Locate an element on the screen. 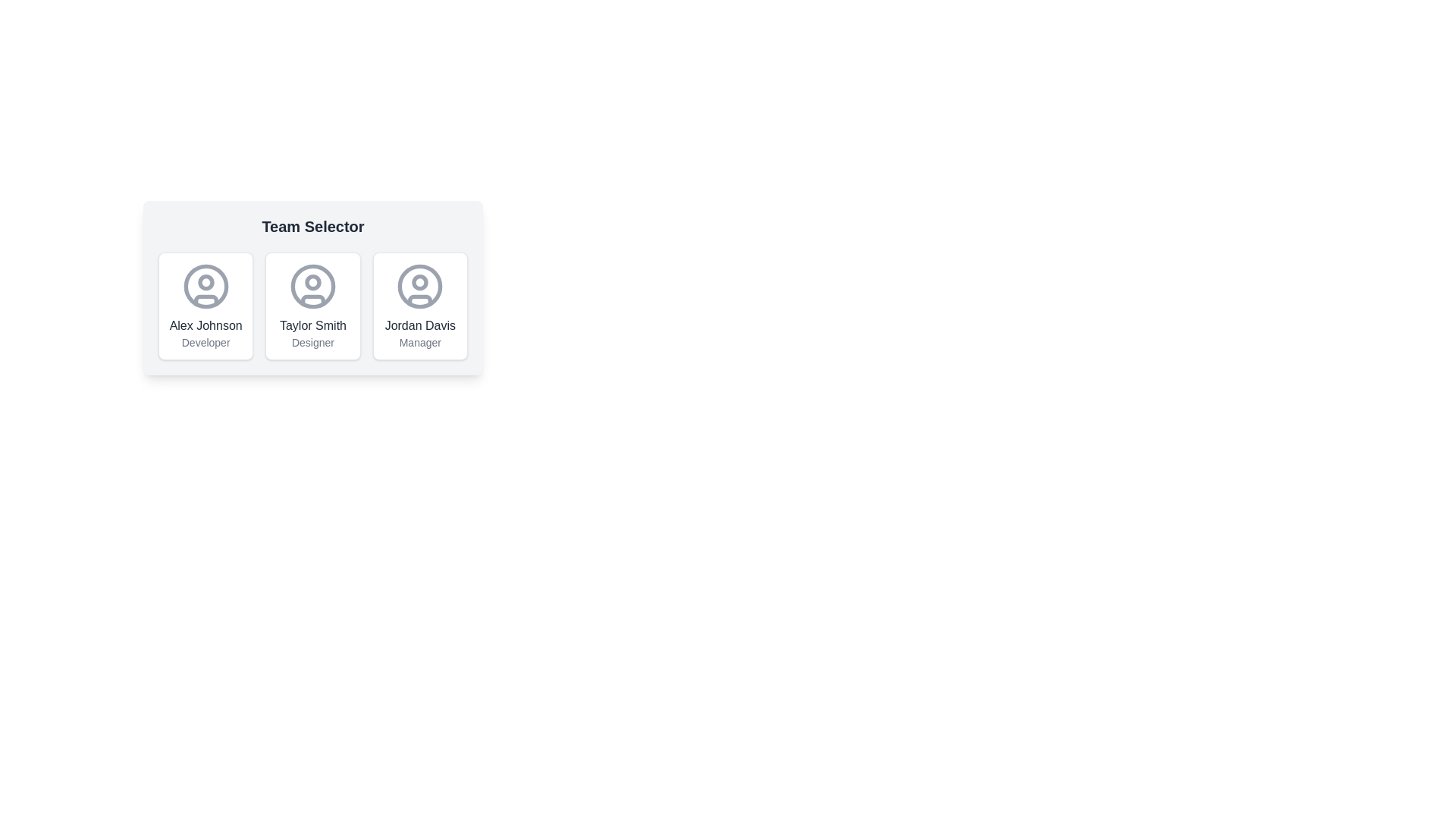  the small circular shape within the profile icon of Jordan Davis, Manager, which is the third member profile from the left in the list is located at coordinates (420, 282).